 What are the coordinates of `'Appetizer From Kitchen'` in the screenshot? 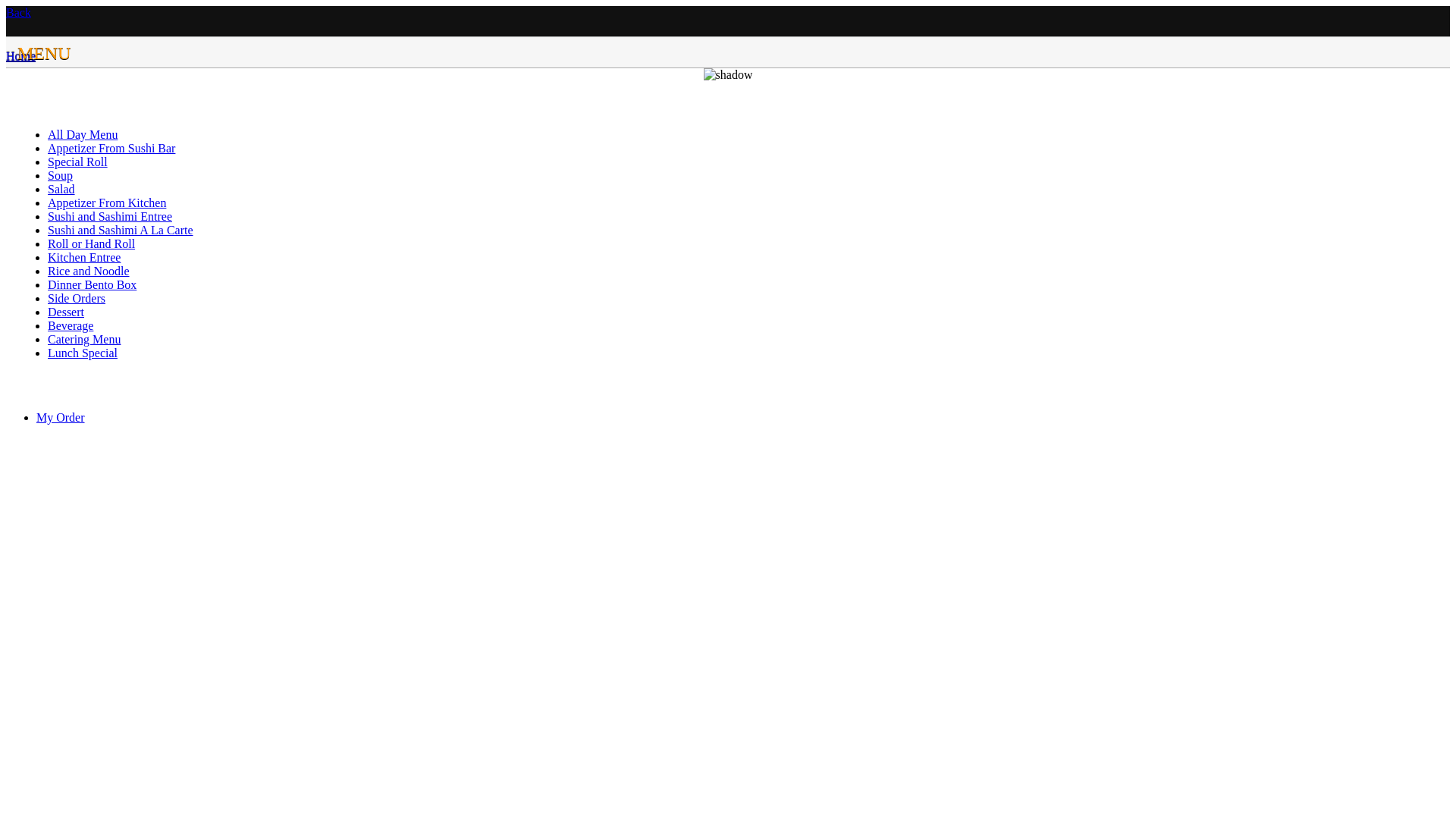 It's located at (105, 202).